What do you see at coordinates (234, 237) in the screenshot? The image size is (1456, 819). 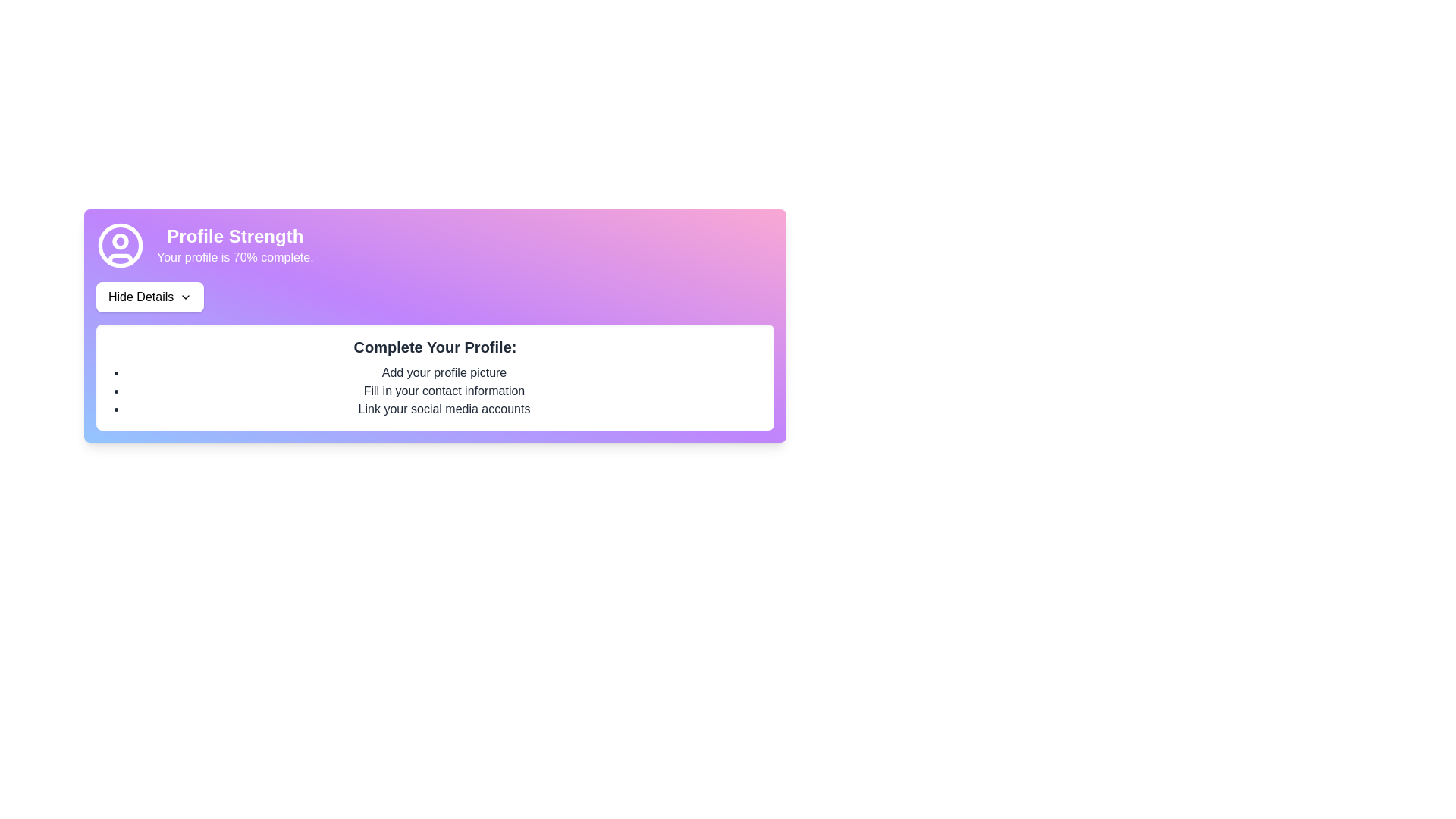 I see `text from the 'Profile Strength' label, which is a large, bold text element with a purple background gradient located at the top left section of the card` at bounding box center [234, 237].